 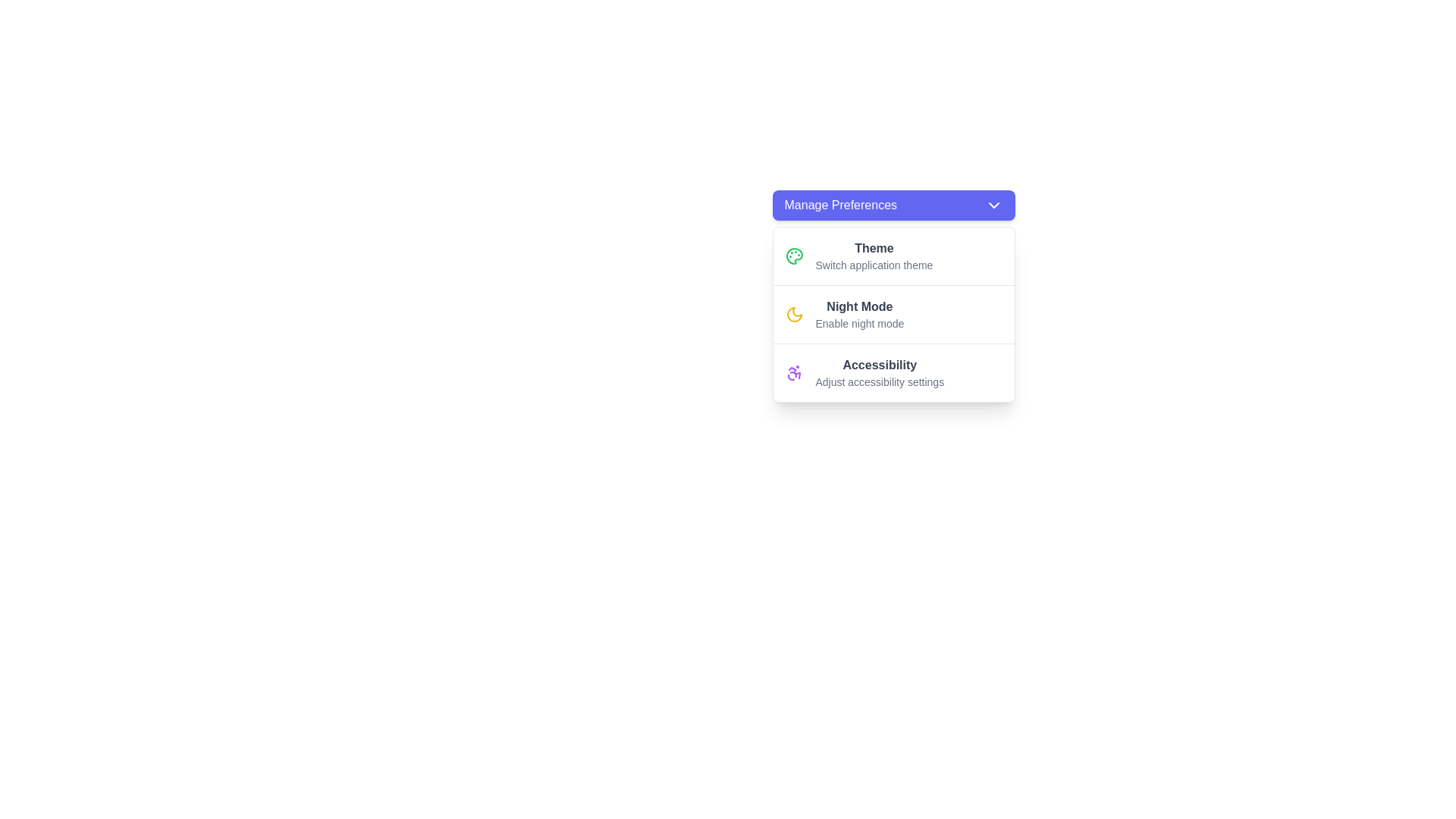 I want to click on the 'Manage Preferences' dropdown menu, so click(x=893, y=309).